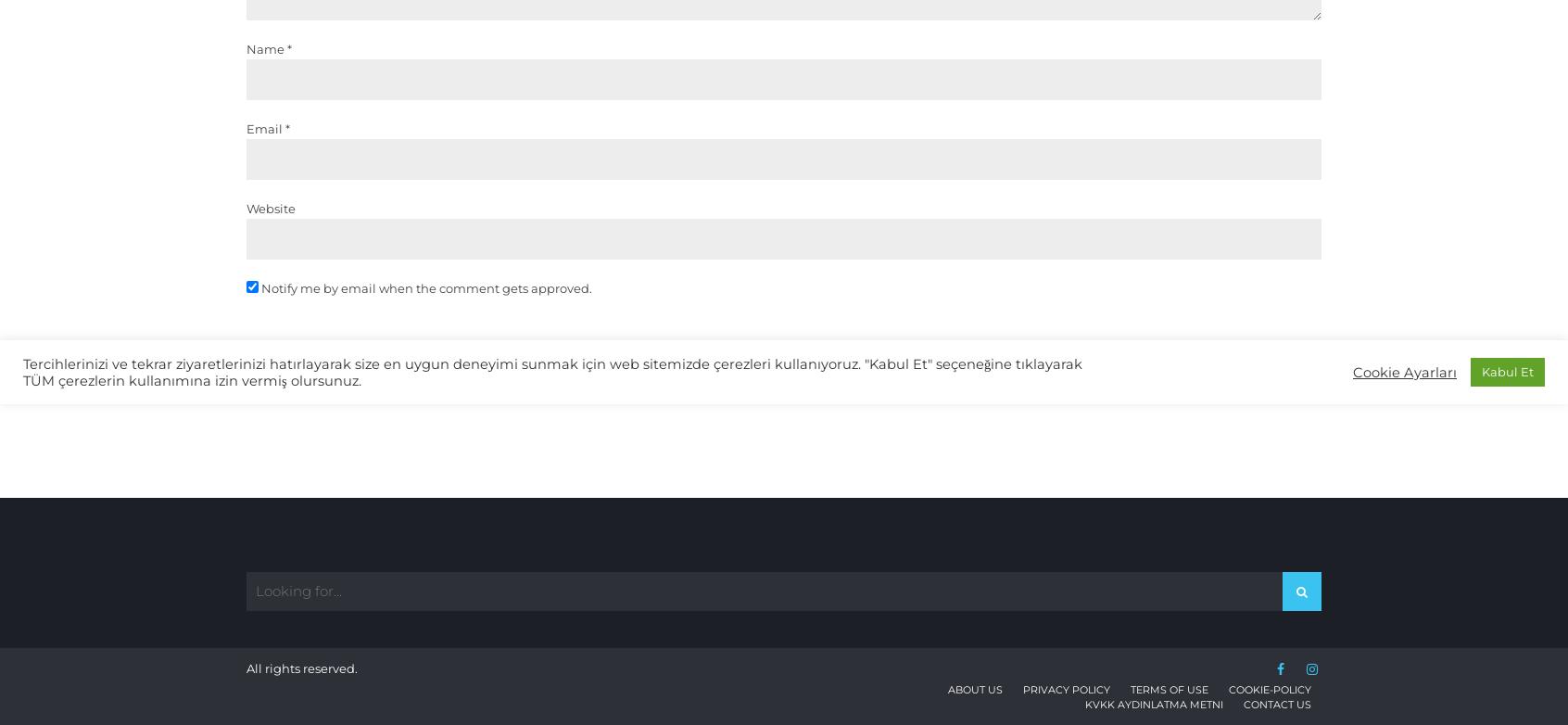 The image size is (1568, 725). What do you see at coordinates (1405, 372) in the screenshot?
I see `'Cookie Ayarları'` at bounding box center [1405, 372].